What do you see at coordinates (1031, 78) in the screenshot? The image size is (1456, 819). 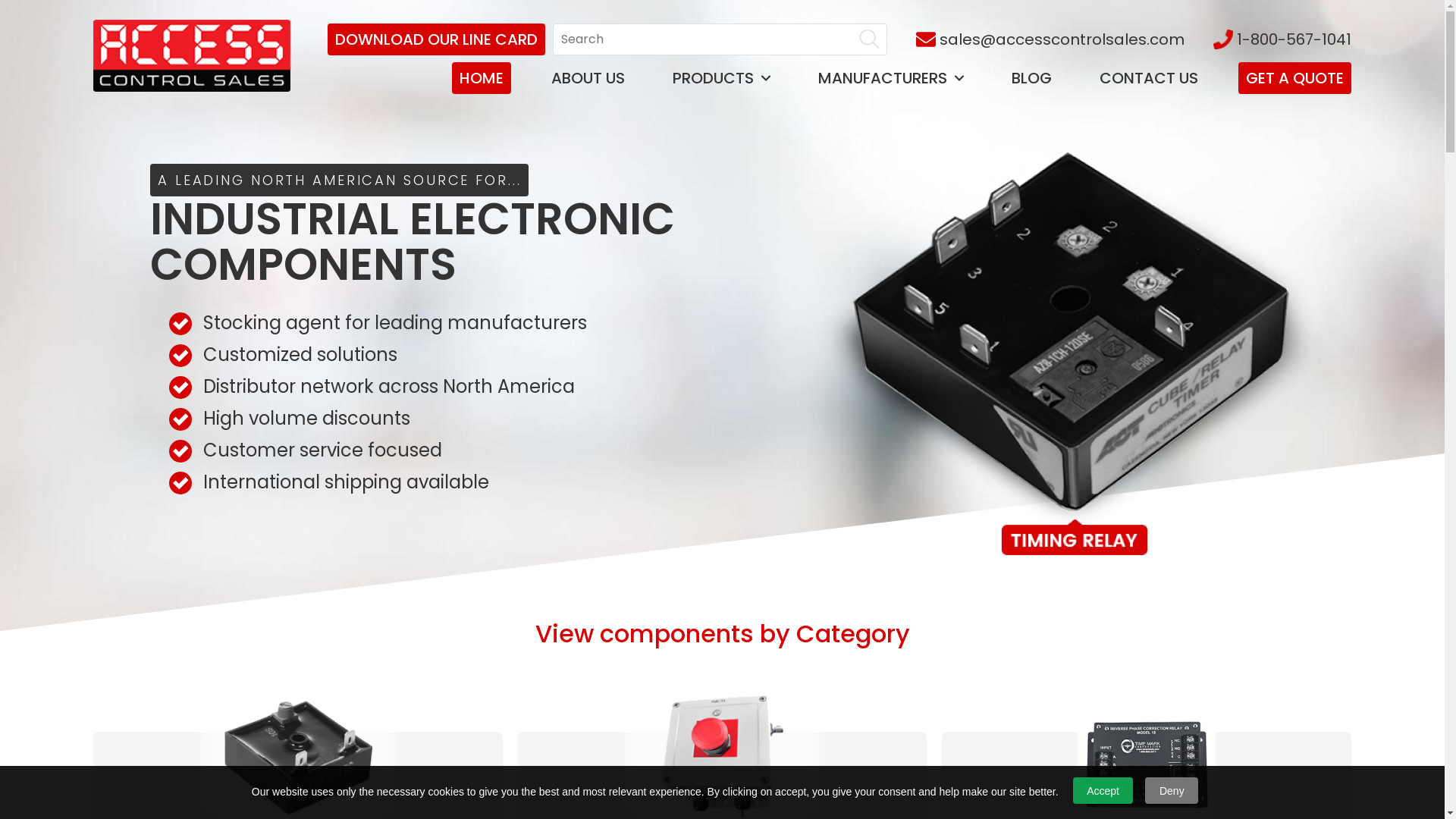 I see `'BLOG'` at bounding box center [1031, 78].